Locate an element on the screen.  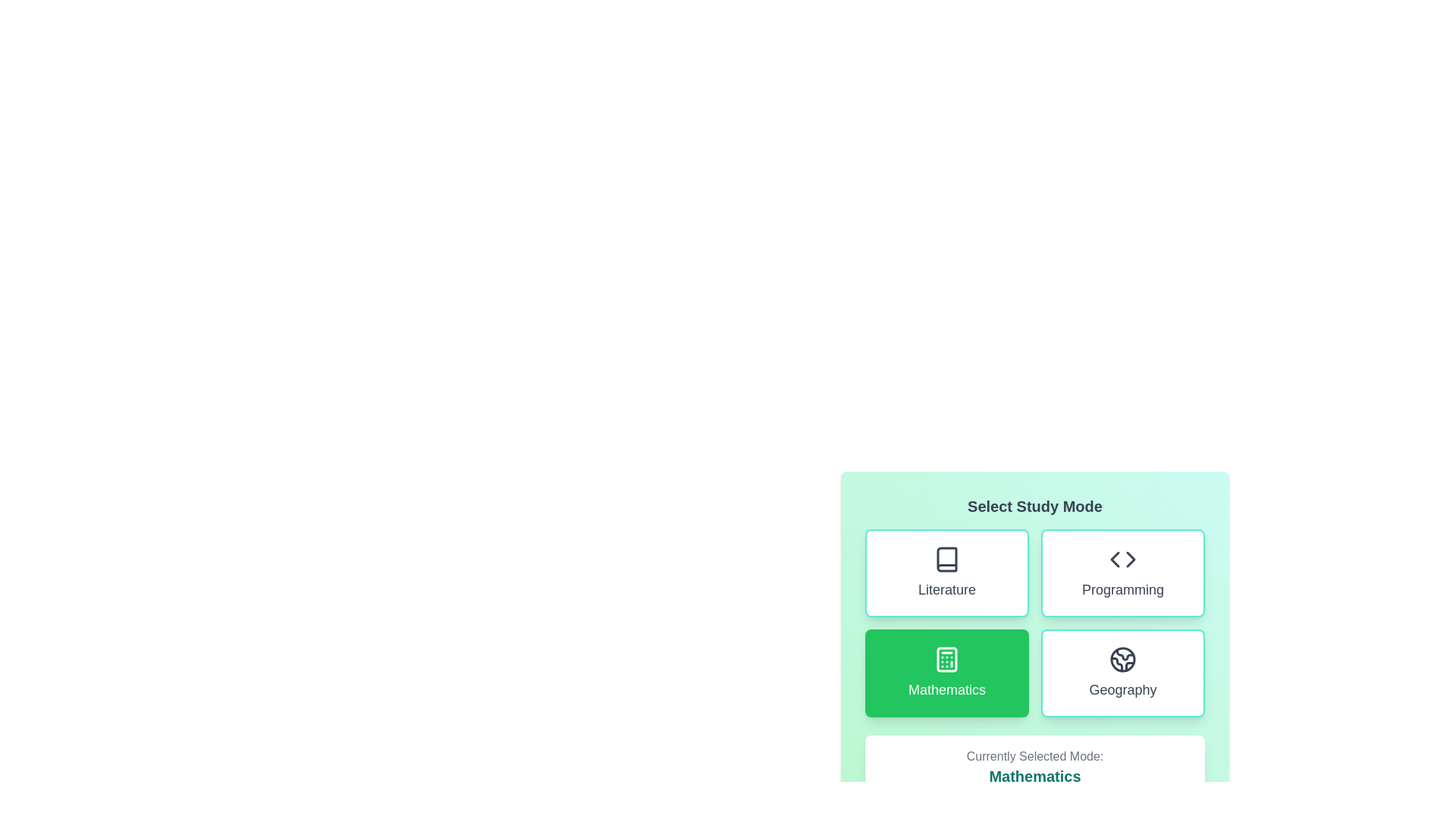
the study mode Programming by clicking its respective button is located at coordinates (1123, 573).